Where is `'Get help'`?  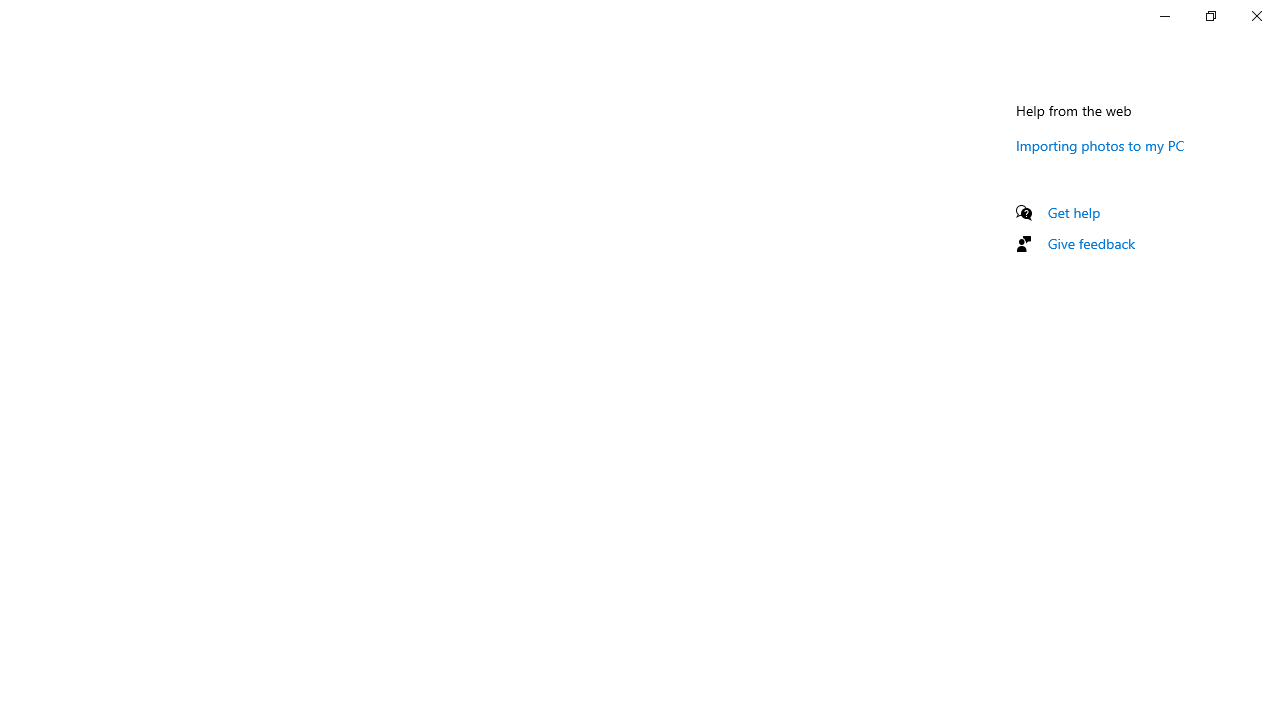 'Get help' is located at coordinates (1073, 212).